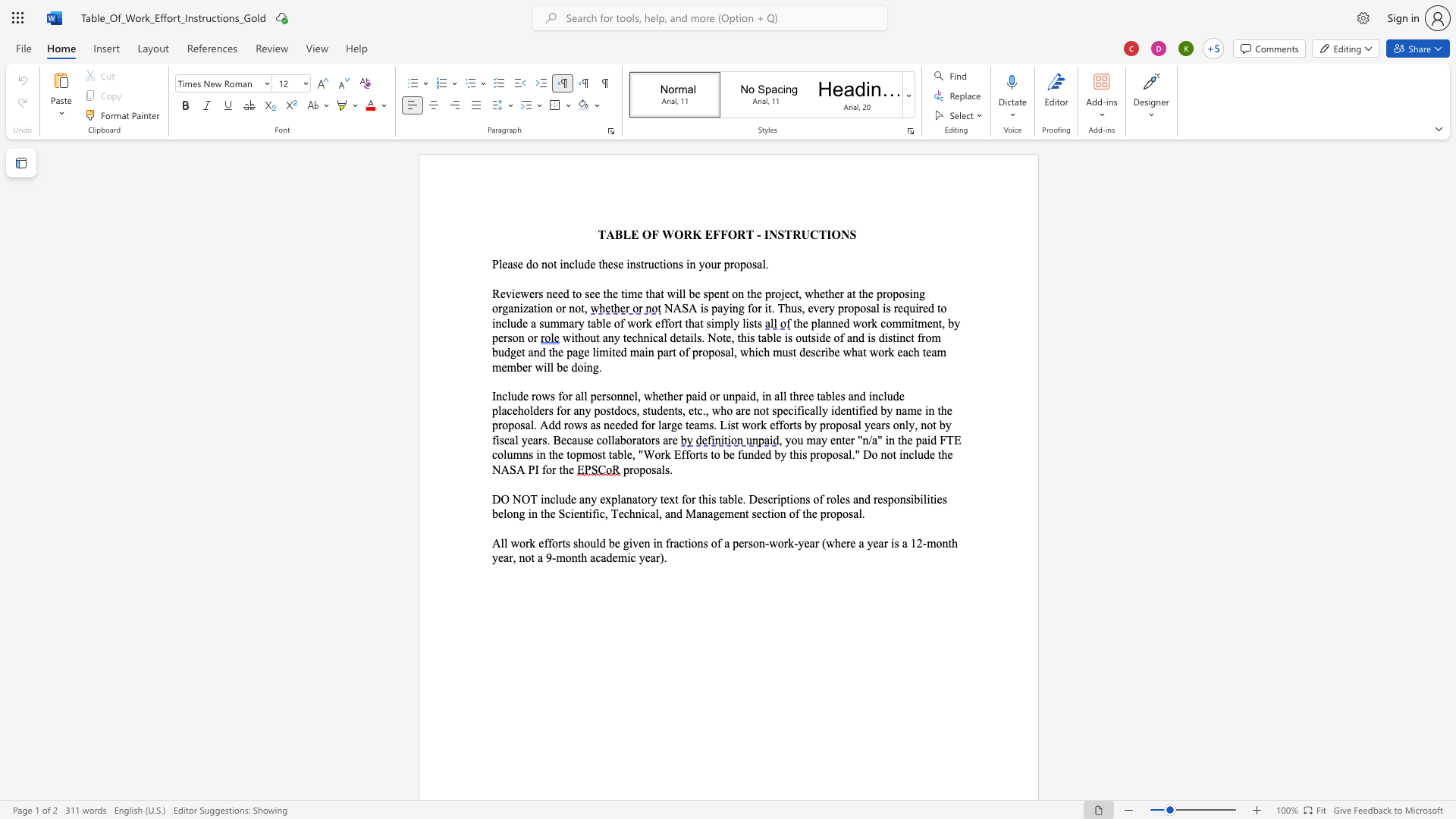 This screenshot has height=819, width=1456. I want to click on the space between the continuous character "d" and "e" in the text, so click(839, 410).